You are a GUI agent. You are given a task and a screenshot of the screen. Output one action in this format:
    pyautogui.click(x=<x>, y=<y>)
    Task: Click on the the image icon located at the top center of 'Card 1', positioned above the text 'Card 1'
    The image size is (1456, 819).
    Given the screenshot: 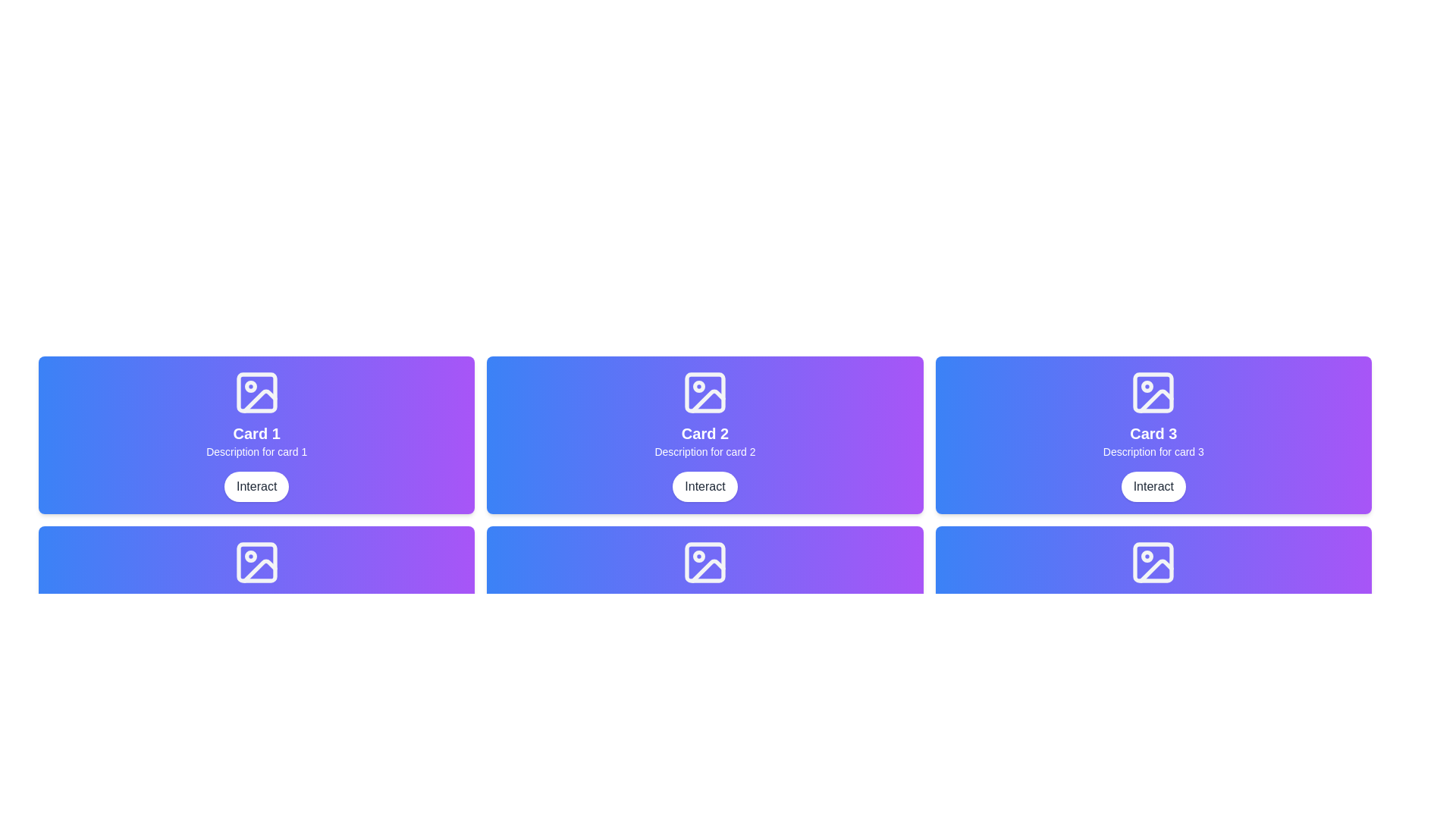 What is the action you would take?
    pyautogui.click(x=256, y=391)
    